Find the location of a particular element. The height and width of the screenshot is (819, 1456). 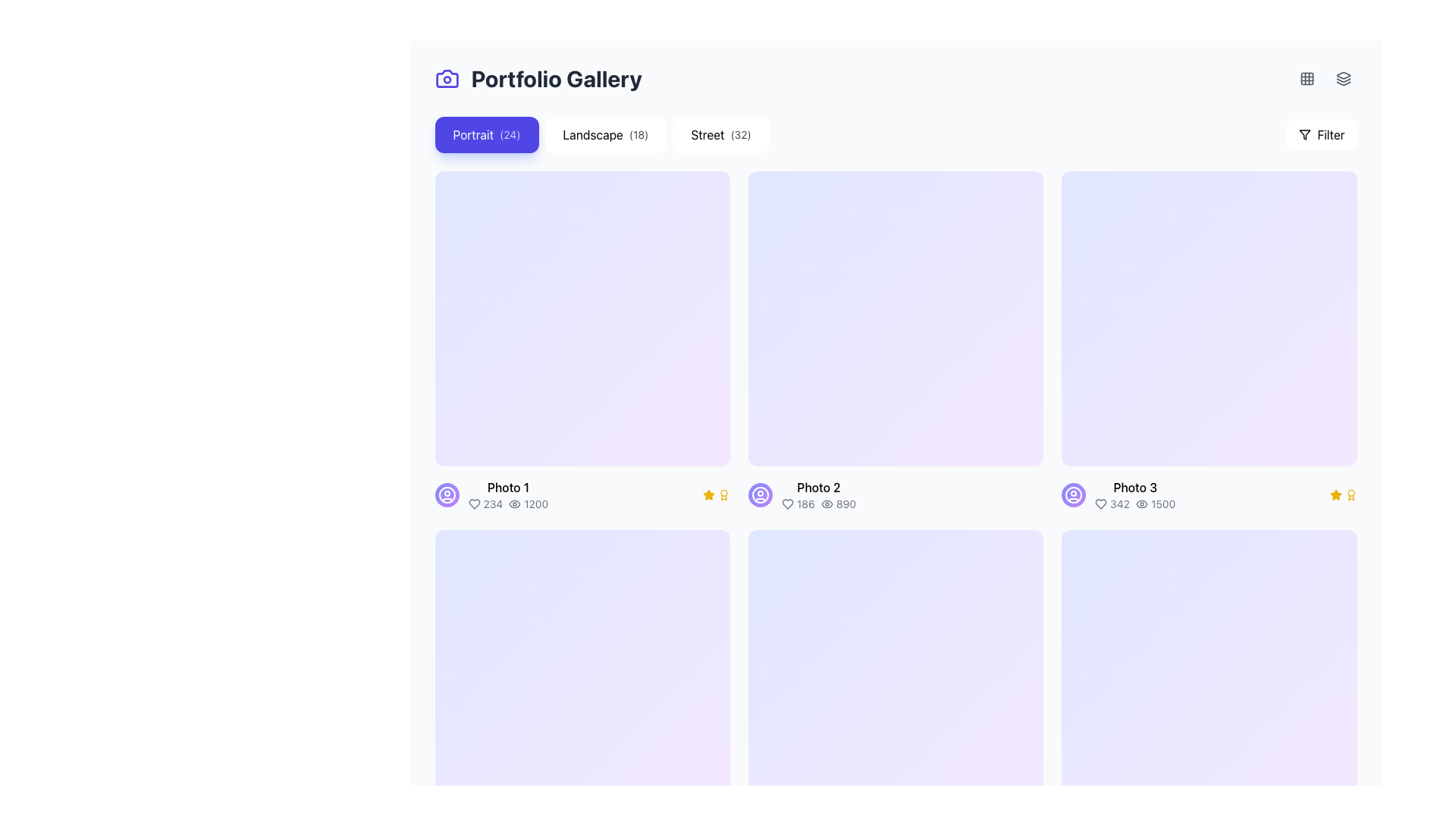

the 'Landscape (18)' button, which is a rectangular button with a white background and rounded corners, located below the 'Portfolio Gallery' title, between the 'Portrait (24)' and 'Street (32)' buttons is located at coordinates (604, 133).